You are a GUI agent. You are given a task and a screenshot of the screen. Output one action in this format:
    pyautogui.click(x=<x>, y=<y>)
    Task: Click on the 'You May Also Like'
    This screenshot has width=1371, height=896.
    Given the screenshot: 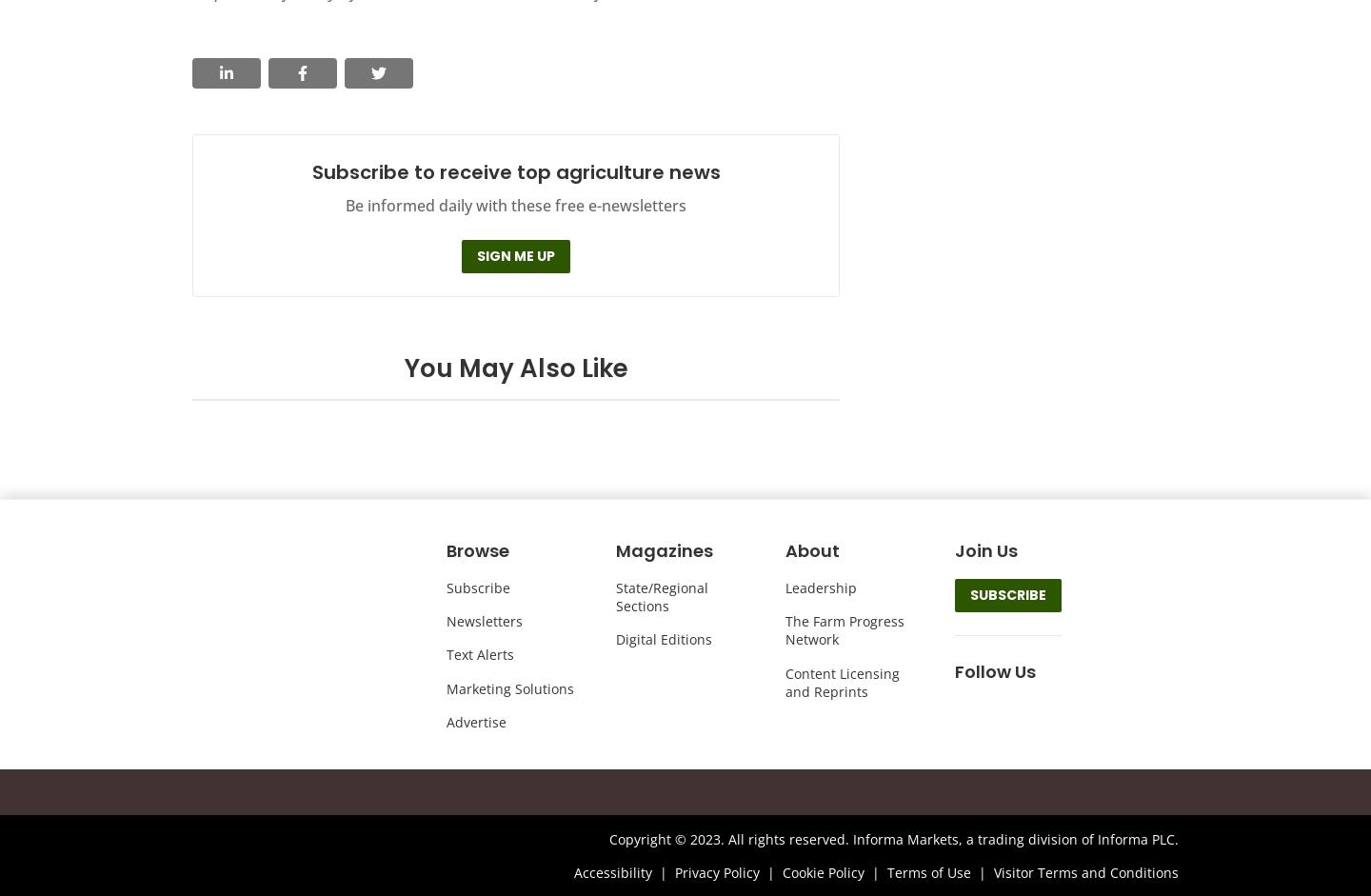 What is the action you would take?
    pyautogui.click(x=515, y=367)
    